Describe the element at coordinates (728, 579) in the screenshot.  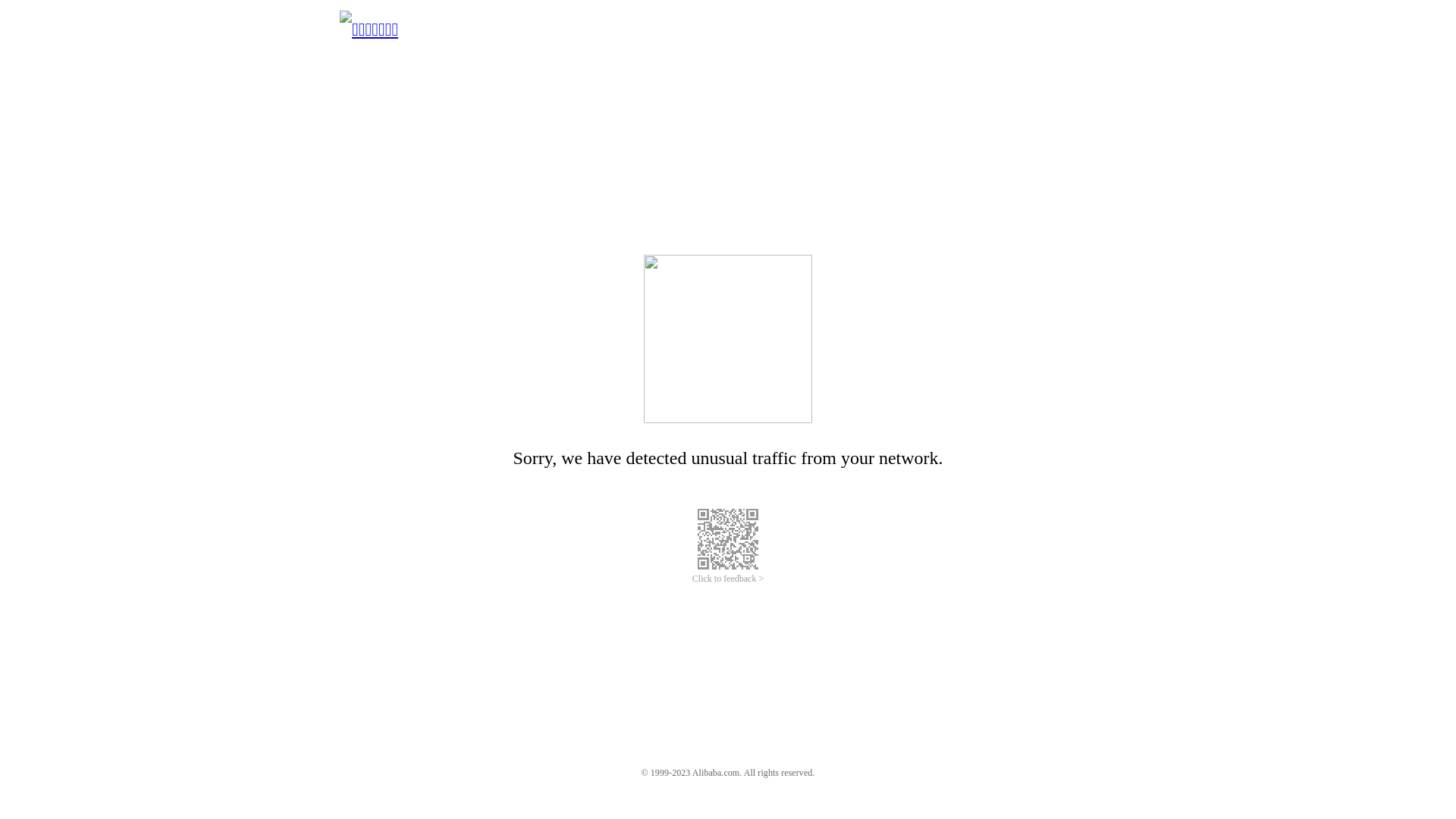
I see `'Click to feedback >'` at that location.